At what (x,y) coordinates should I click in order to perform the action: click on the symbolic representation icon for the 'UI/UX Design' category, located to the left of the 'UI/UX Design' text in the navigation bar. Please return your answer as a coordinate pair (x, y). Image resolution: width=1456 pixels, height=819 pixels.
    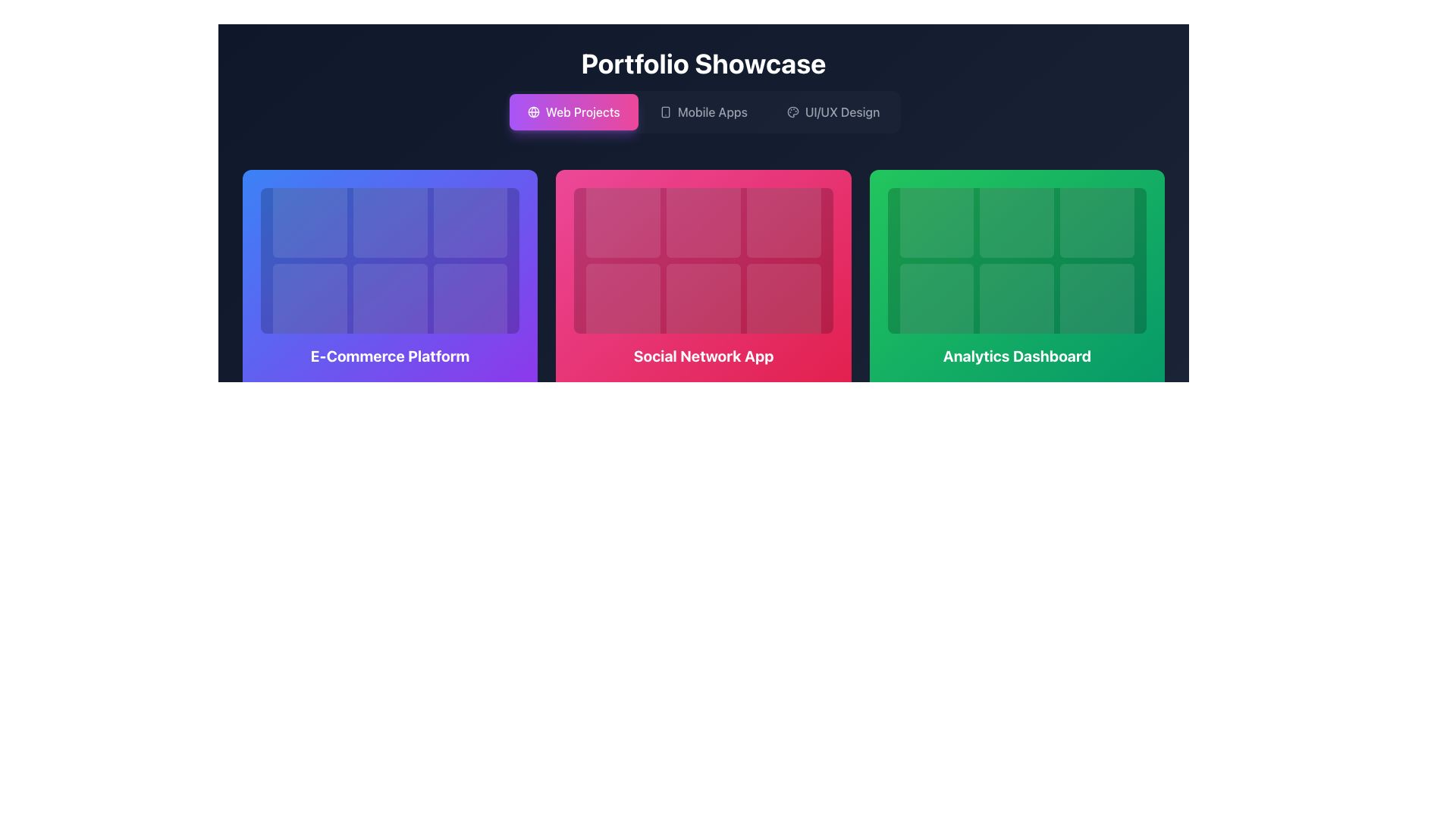
    Looking at the image, I should click on (792, 111).